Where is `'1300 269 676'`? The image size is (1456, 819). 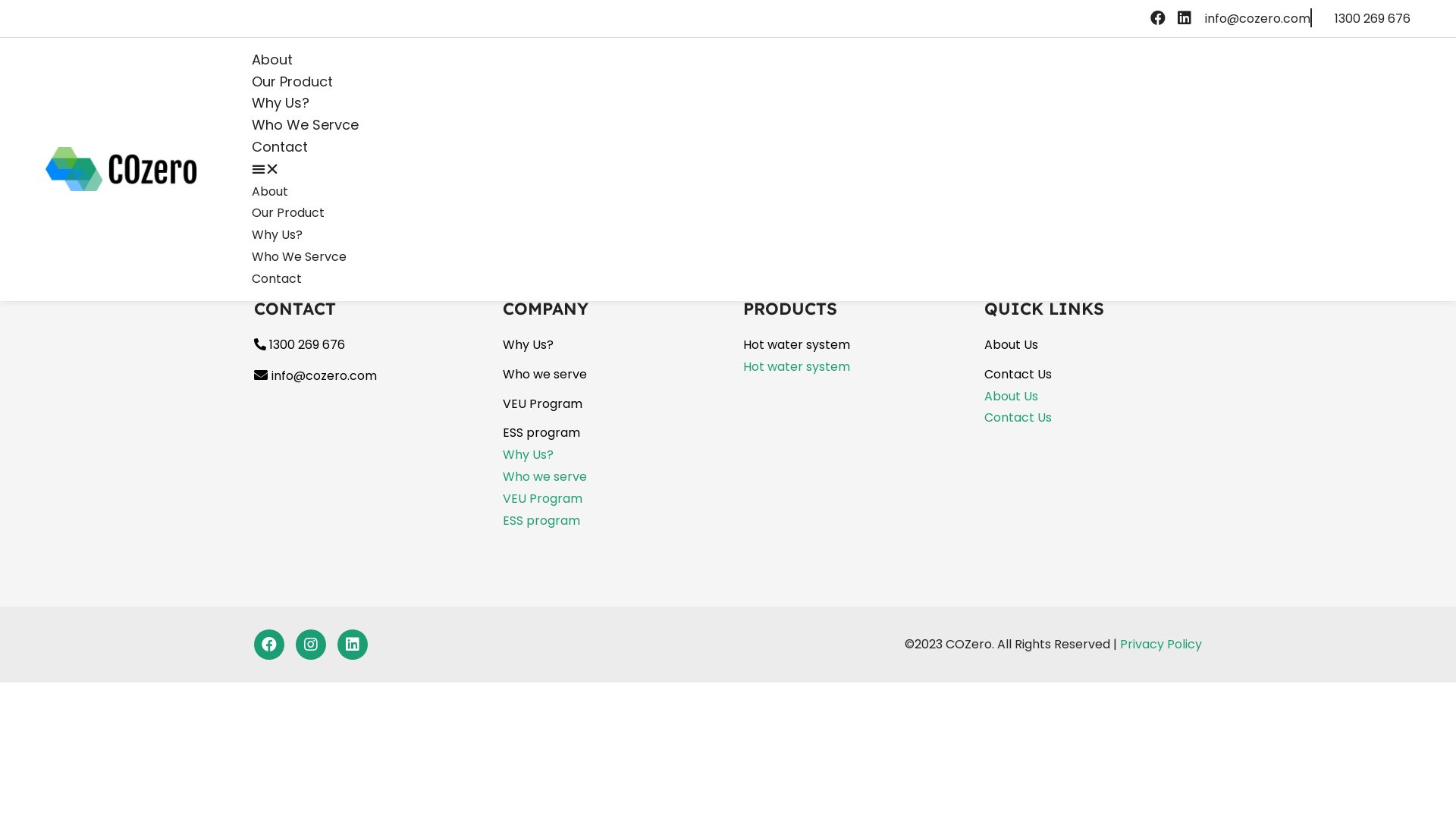 '1300 269 676' is located at coordinates (1335, 18).